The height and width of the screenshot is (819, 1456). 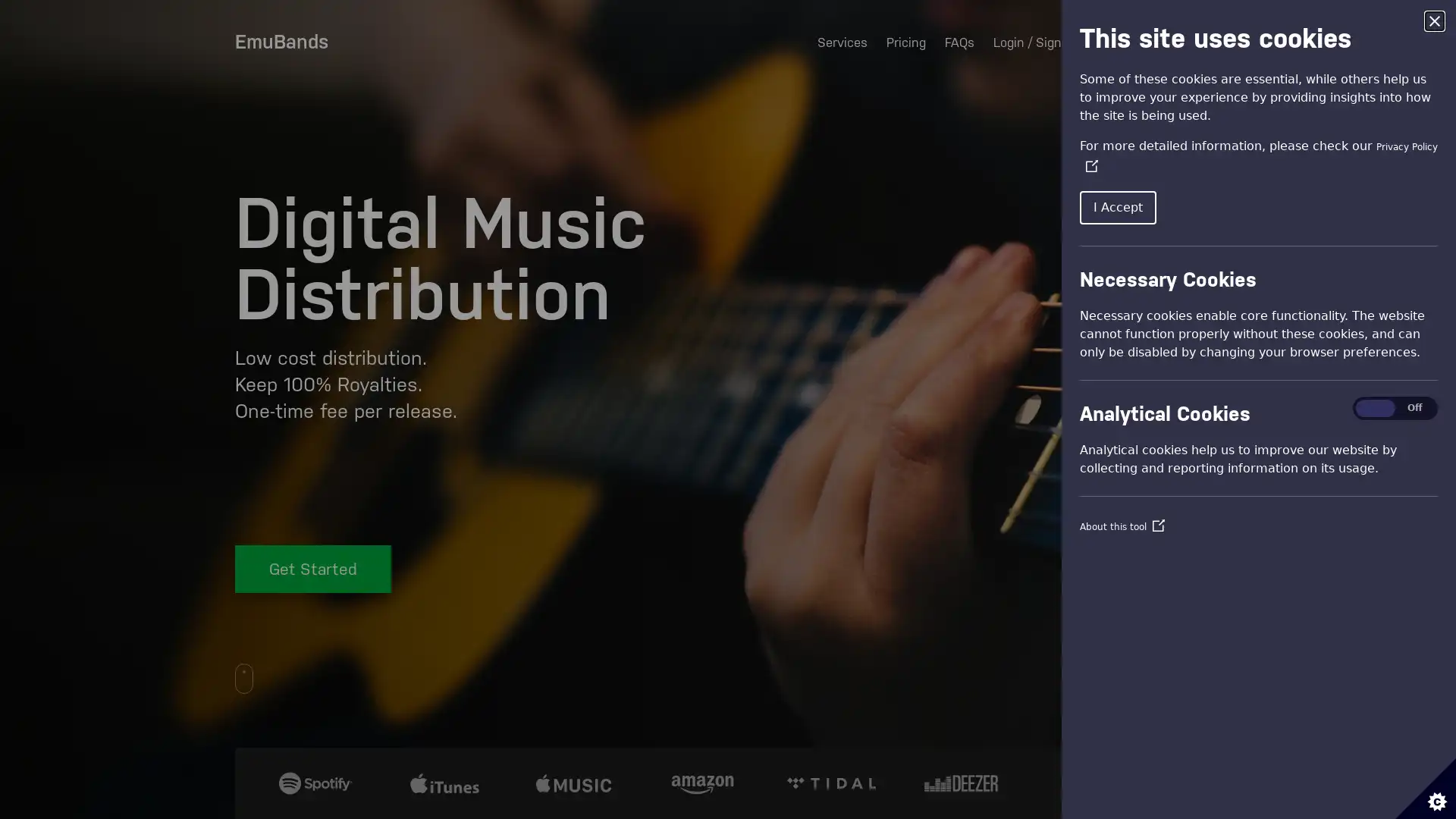 I want to click on I Accept, so click(x=1118, y=207).